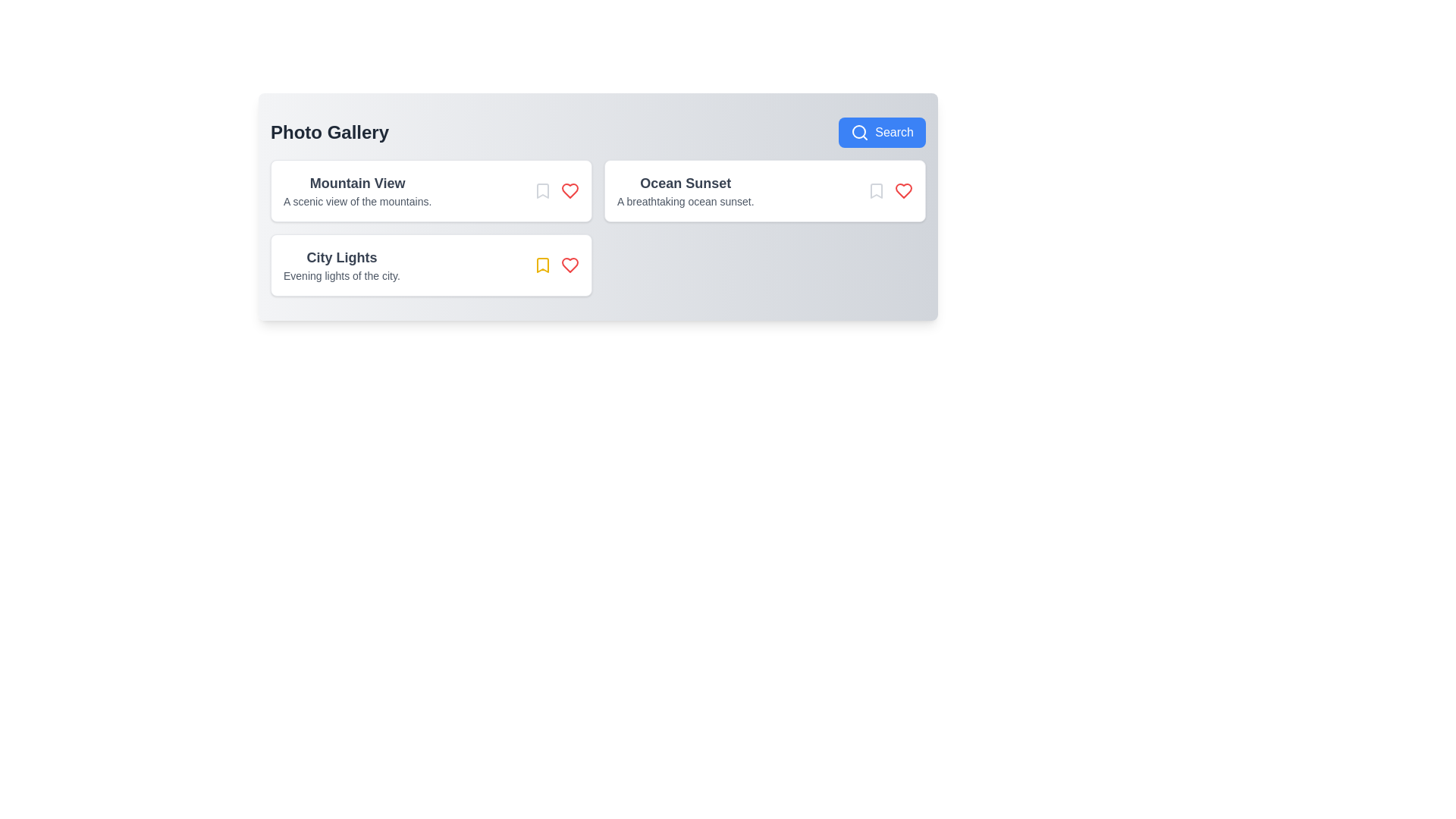 The height and width of the screenshot is (819, 1456). I want to click on the search button in the PhotogalleryViewer component, so click(881, 131).